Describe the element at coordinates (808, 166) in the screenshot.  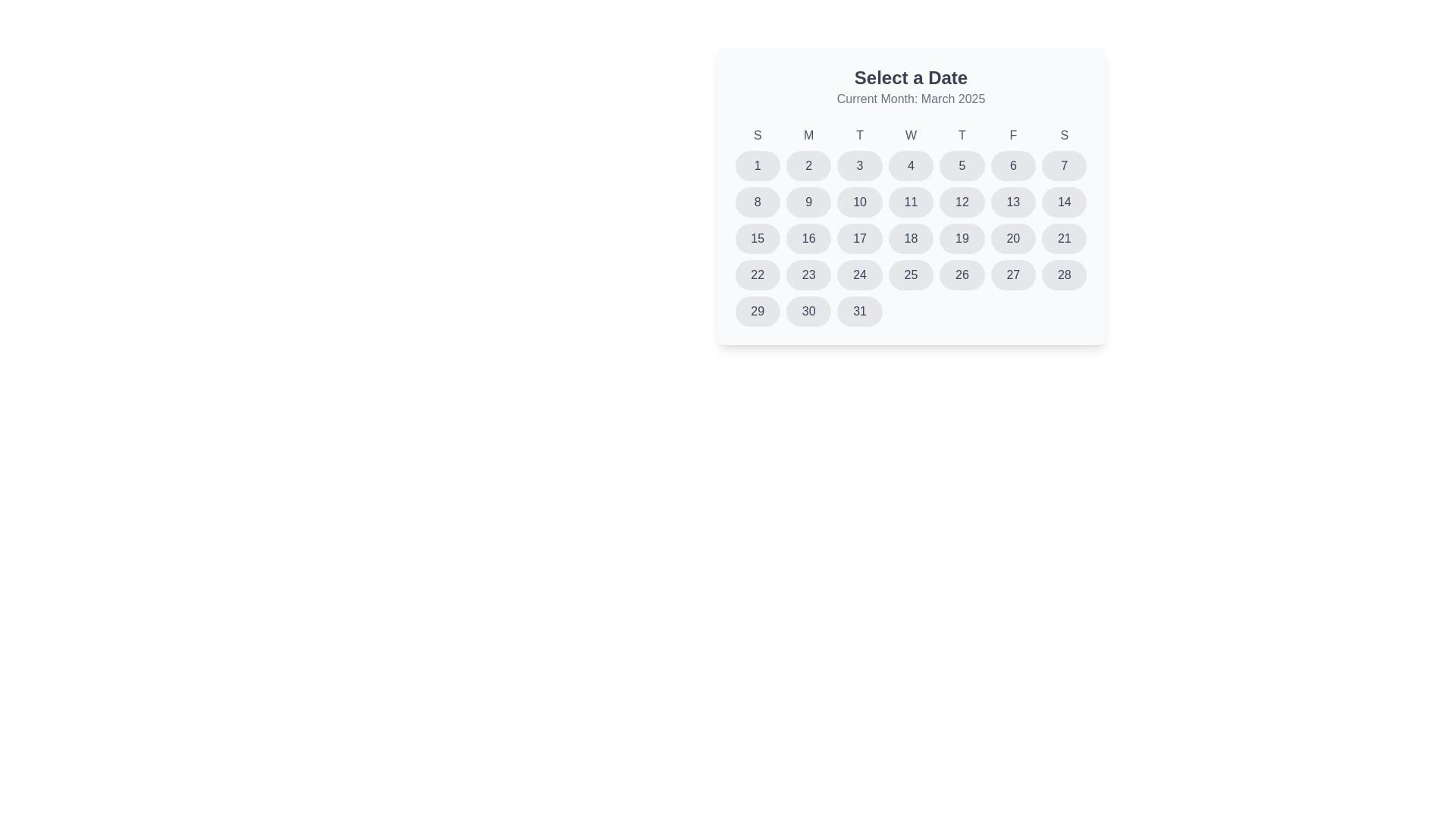
I see `the rounded rectangular button labeled '2' with a light gray background to change its background color` at that location.